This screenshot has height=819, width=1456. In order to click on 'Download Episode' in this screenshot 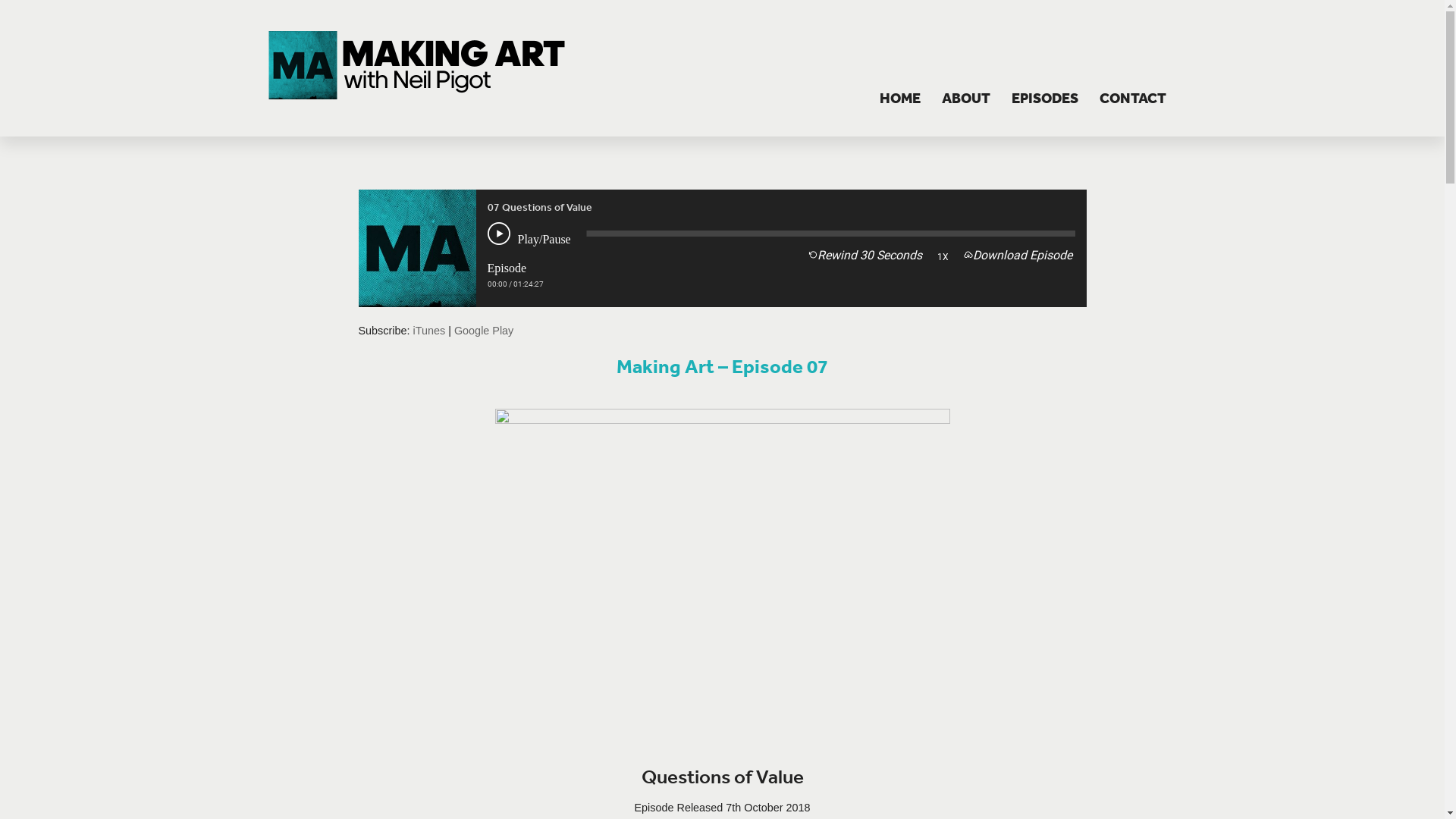, I will do `click(962, 256)`.